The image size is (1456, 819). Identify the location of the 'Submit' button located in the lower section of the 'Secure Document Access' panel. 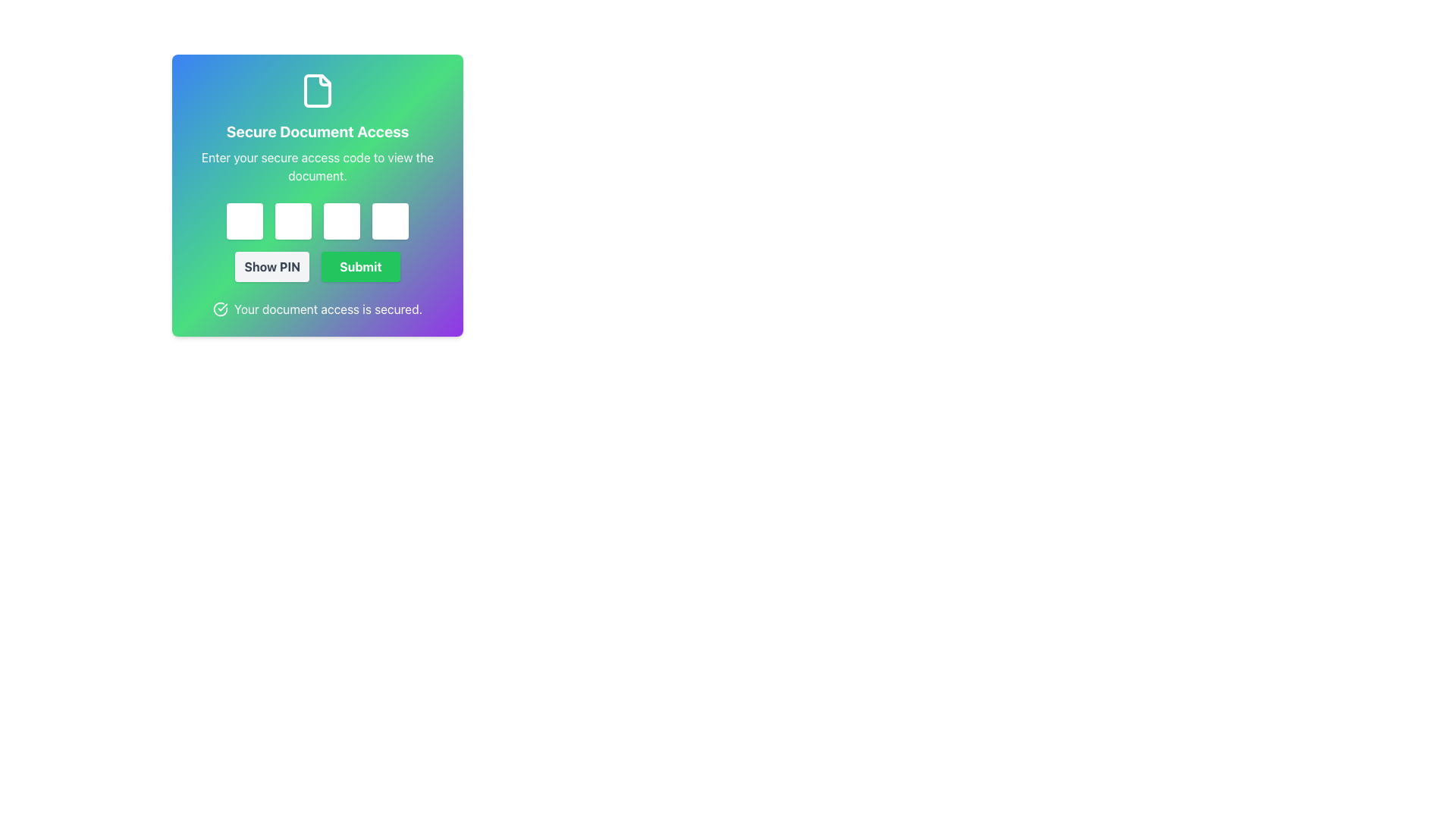
(359, 265).